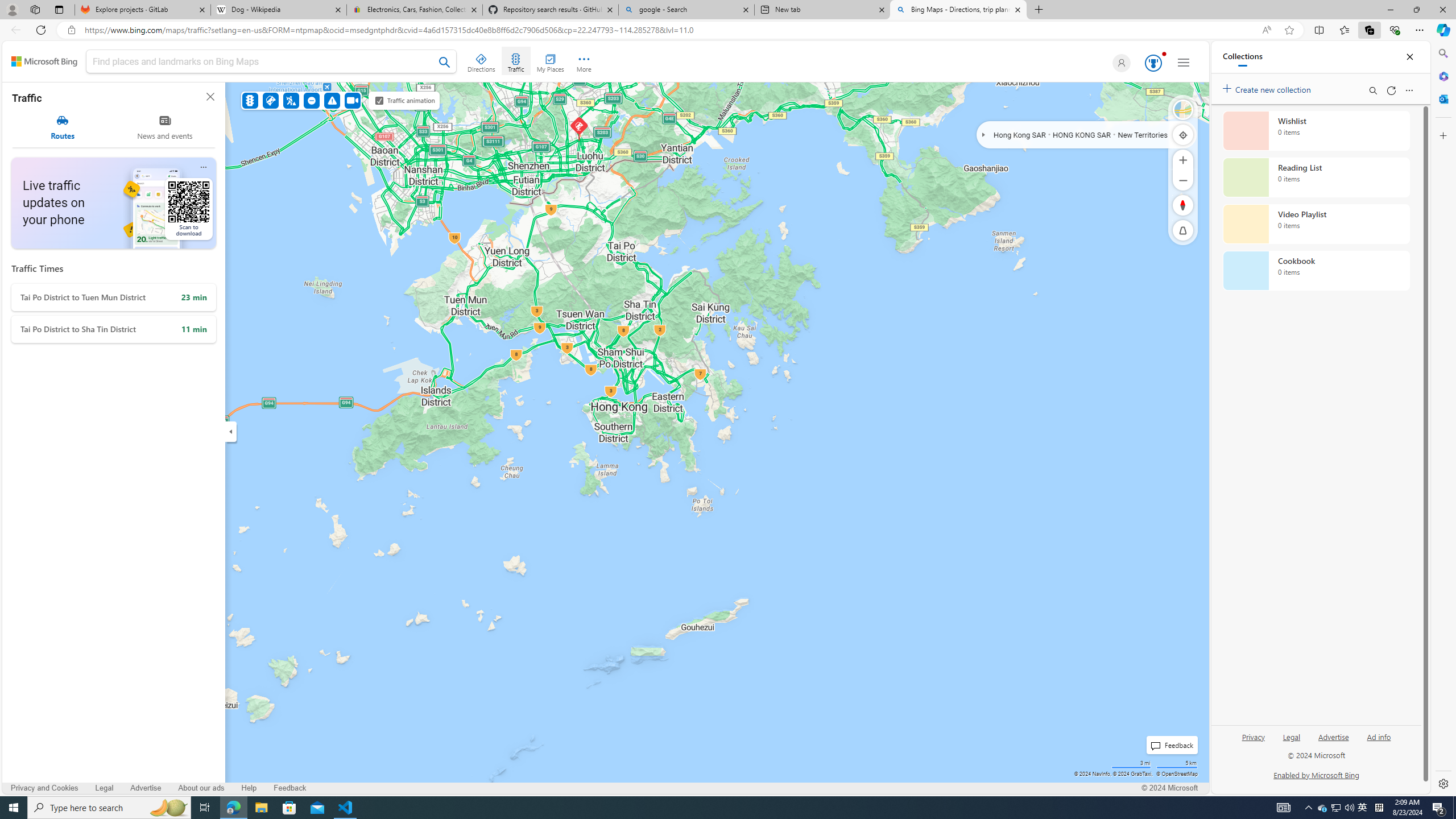  What do you see at coordinates (271, 63) in the screenshot?
I see `'Class: inputbox'` at bounding box center [271, 63].